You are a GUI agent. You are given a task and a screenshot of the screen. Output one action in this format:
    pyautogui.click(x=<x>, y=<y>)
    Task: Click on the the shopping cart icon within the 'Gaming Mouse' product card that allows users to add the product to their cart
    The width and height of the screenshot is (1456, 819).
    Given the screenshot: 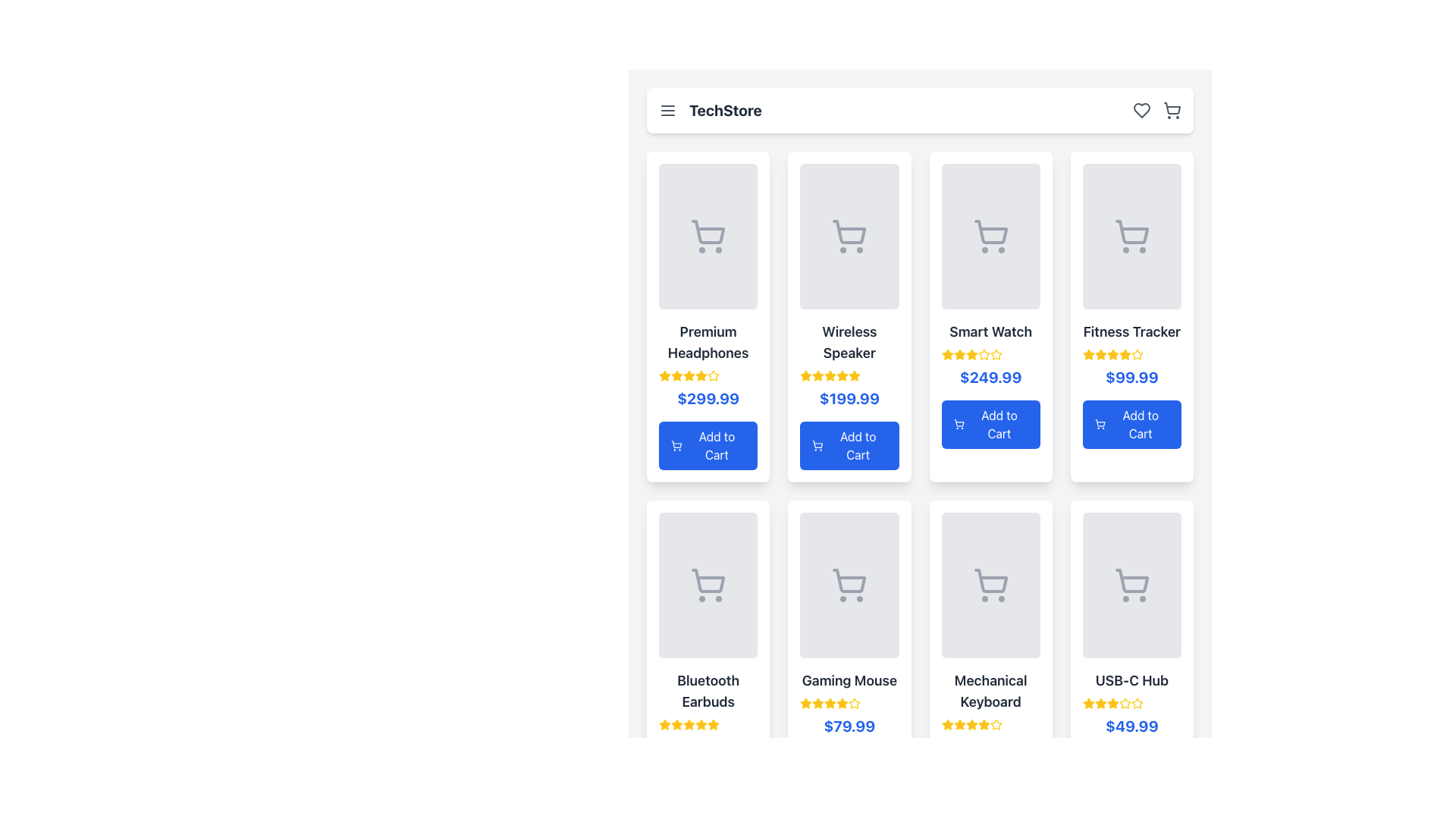 What is the action you would take?
    pyautogui.click(x=849, y=580)
    